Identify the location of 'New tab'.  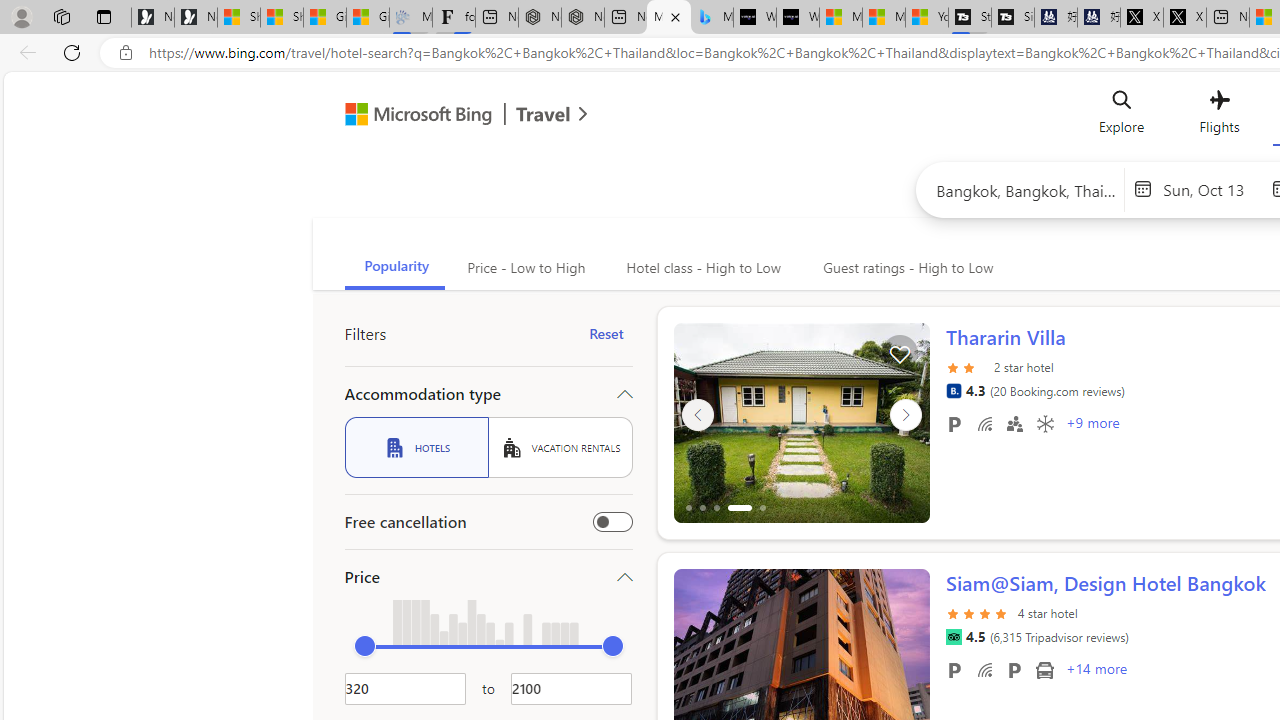
(1227, 17).